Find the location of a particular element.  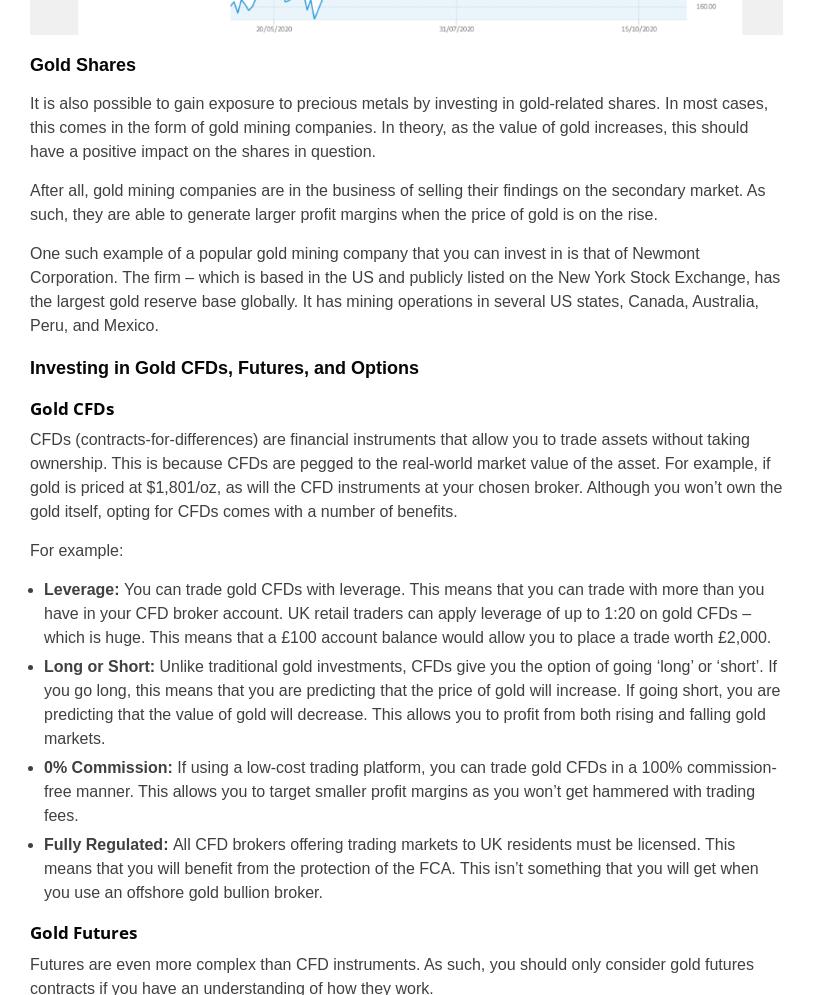

'It is also possible to gain exposure to precious metals by investing in gold-related shares. In most cases, this comes in the form of gold mining companies. In theory, as the value of gold increases, this should have a positive impact on the shares in question.' is located at coordinates (398, 126).